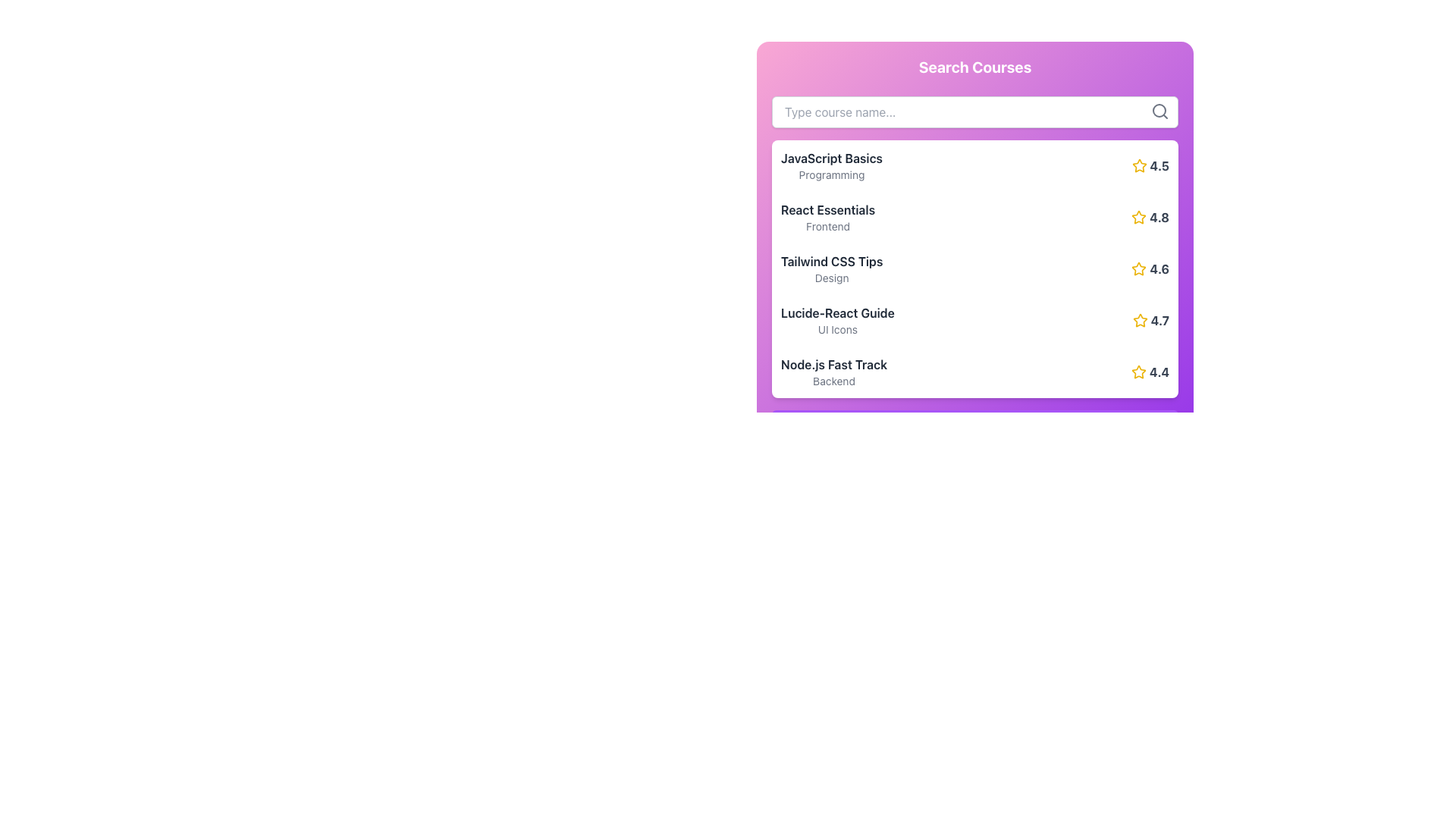  I want to click on the text label indicating the course classification for 'JavaScript Basics', which is located below the course title in the top-left corner of the course listing box, so click(831, 174).